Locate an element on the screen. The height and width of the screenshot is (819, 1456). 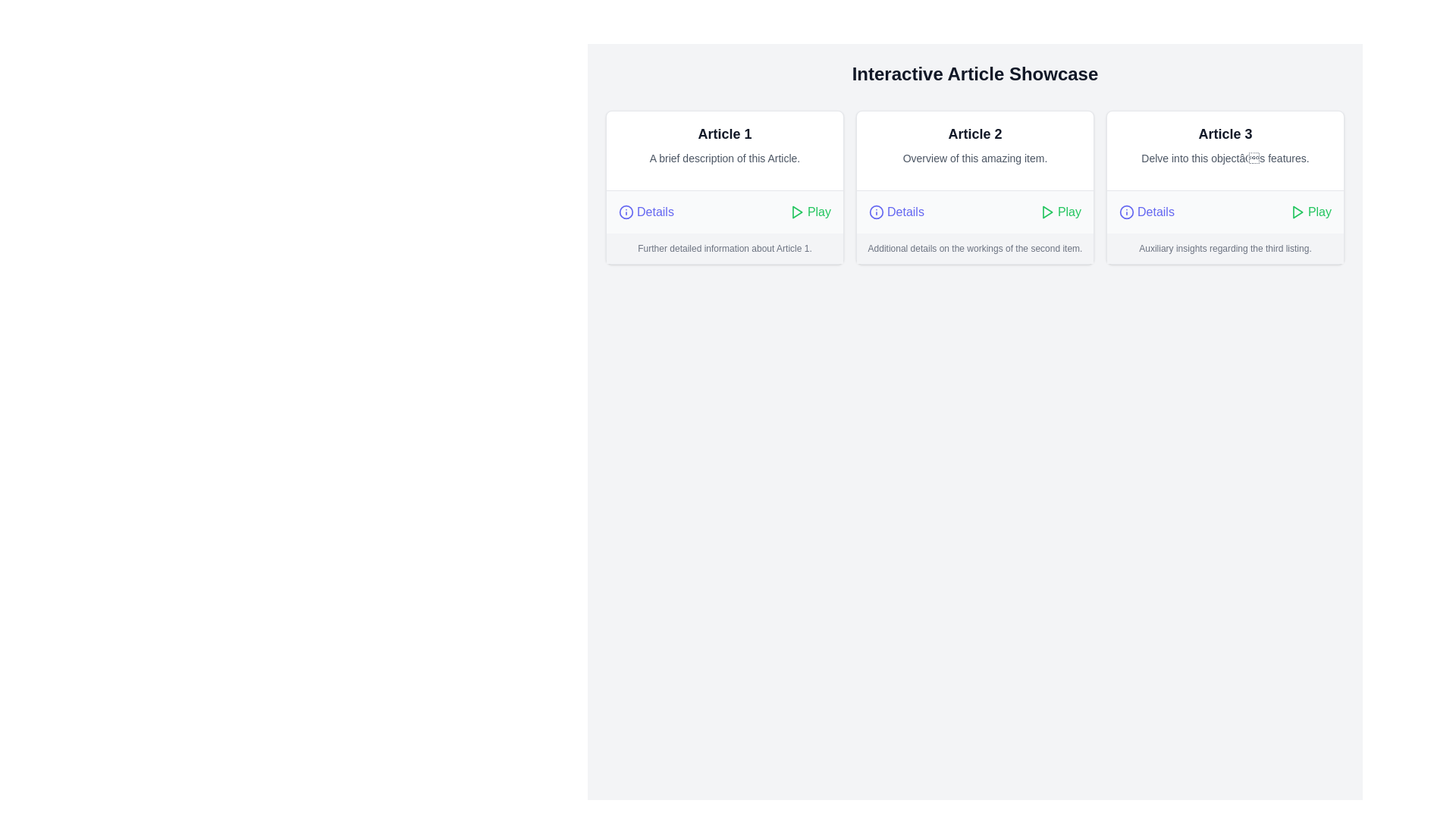
the descriptive text link for the second article in the grid layout is located at coordinates (905, 212).